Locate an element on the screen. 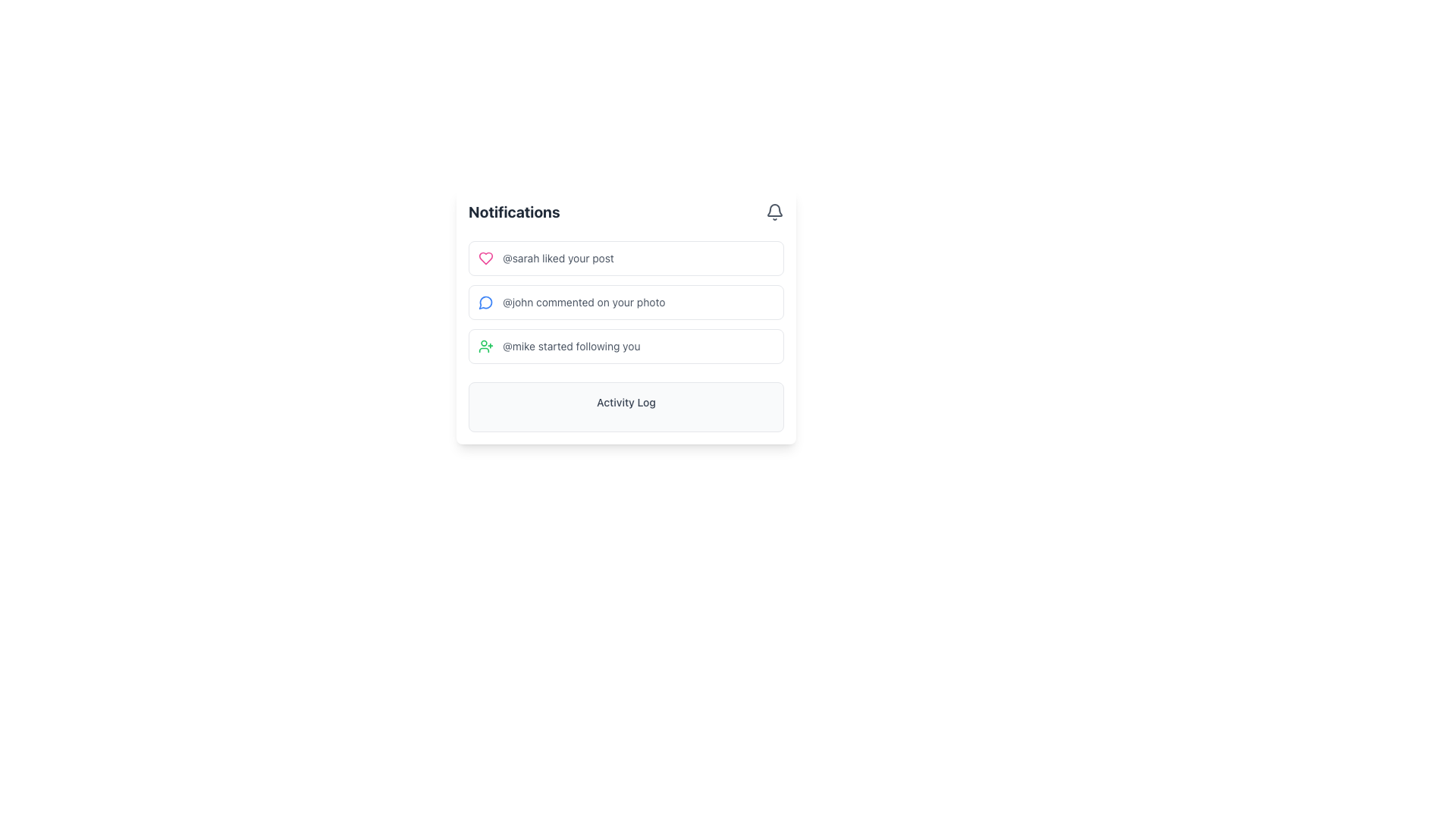 The height and width of the screenshot is (819, 1456). the heart icon in the notification section that indicates a 'like' action from another user, specifically for the notification stating '@sarah liked your post' is located at coordinates (486, 257).